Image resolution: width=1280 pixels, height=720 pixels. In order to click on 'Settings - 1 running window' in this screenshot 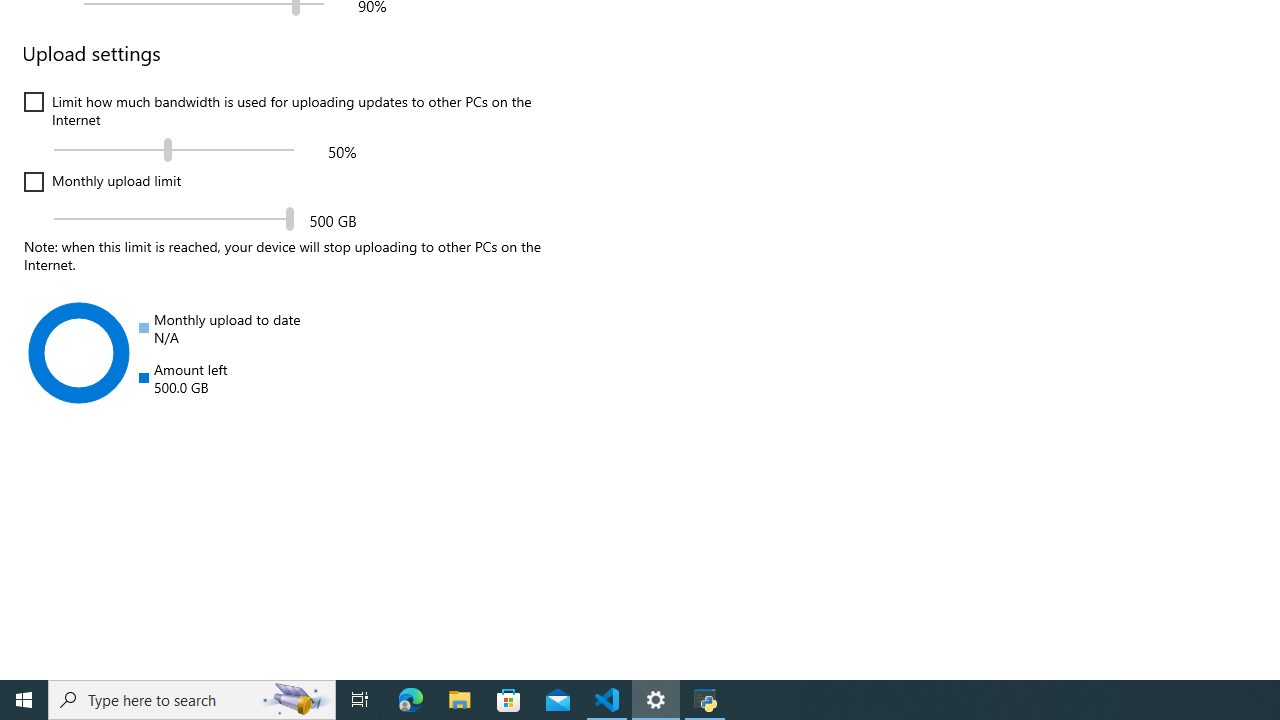, I will do `click(656, 698)`.